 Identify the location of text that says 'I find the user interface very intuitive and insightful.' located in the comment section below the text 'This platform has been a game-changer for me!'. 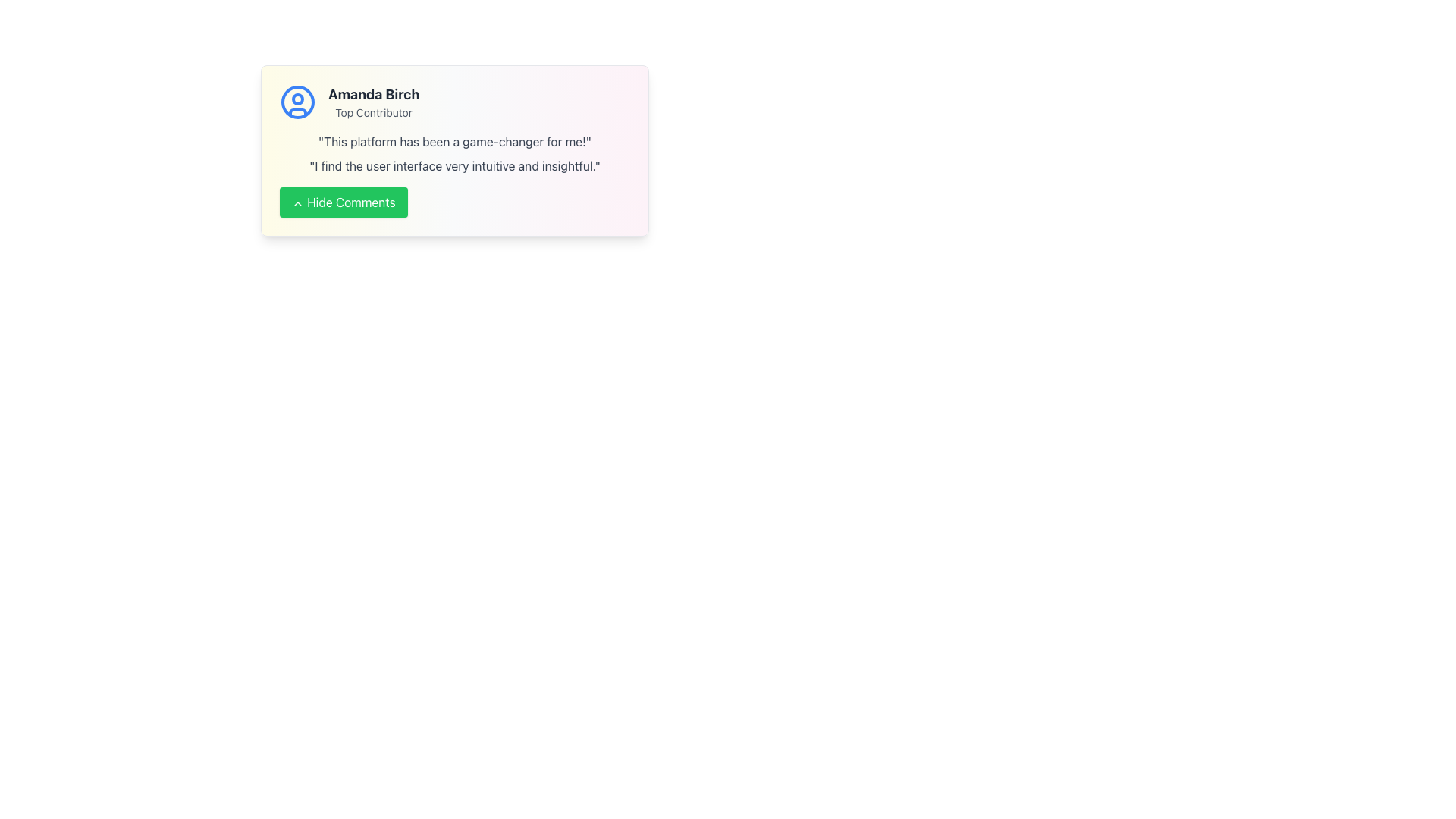
(454, 166).